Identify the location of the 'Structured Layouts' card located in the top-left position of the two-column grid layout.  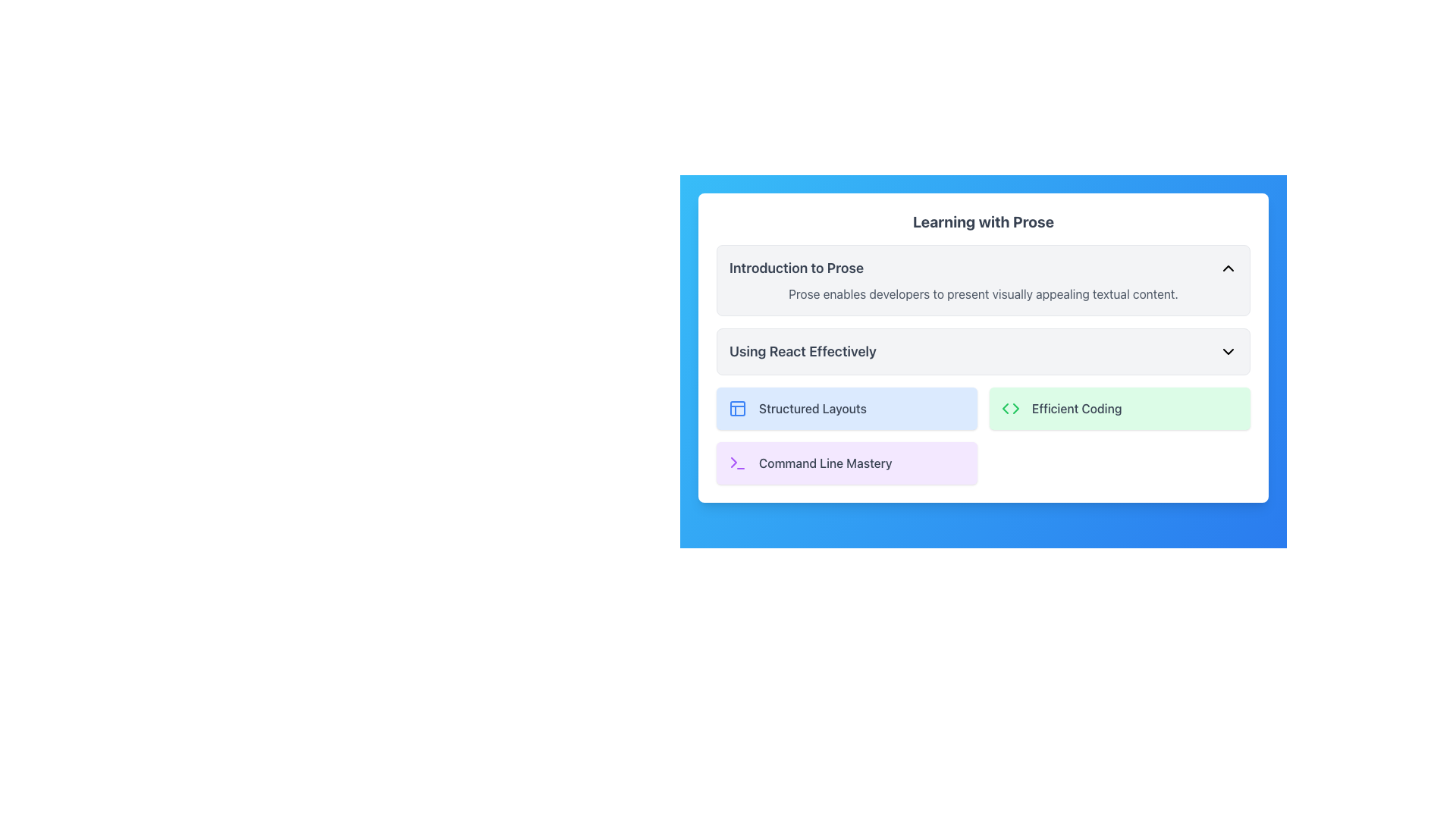
(846, 408).